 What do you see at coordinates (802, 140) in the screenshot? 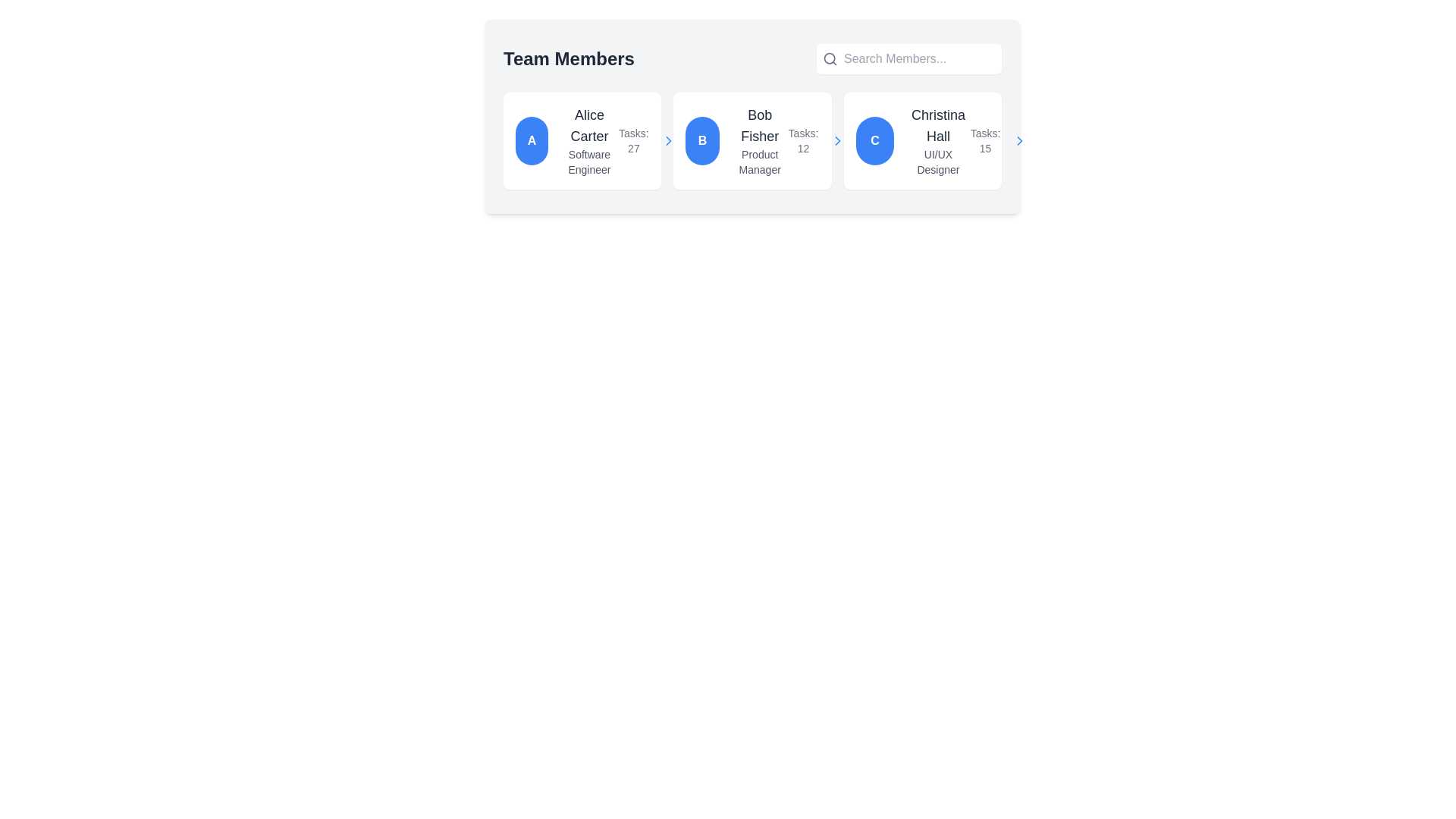
I see `text content of the task display located below the title text 'Bob Fisher' in the second card of the team member overview` at bounding box center [802, 140].